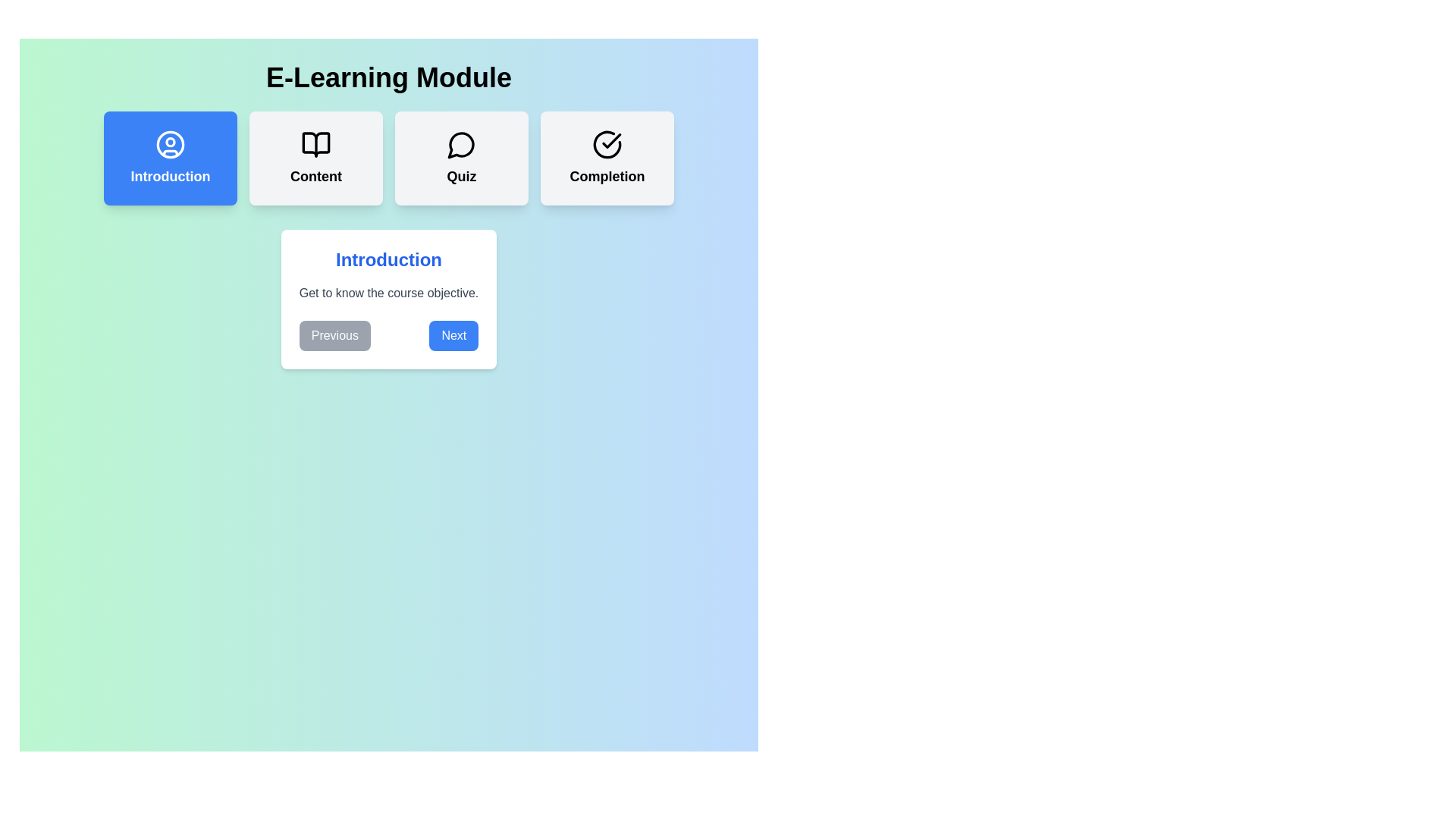 Image resolution: width=1456 pixels, height=819 pixels. What do you see at coordinates (315, 158) in the screenshot?
I see `the learning step Content by clicking its card` at bounding box center [315, 158].